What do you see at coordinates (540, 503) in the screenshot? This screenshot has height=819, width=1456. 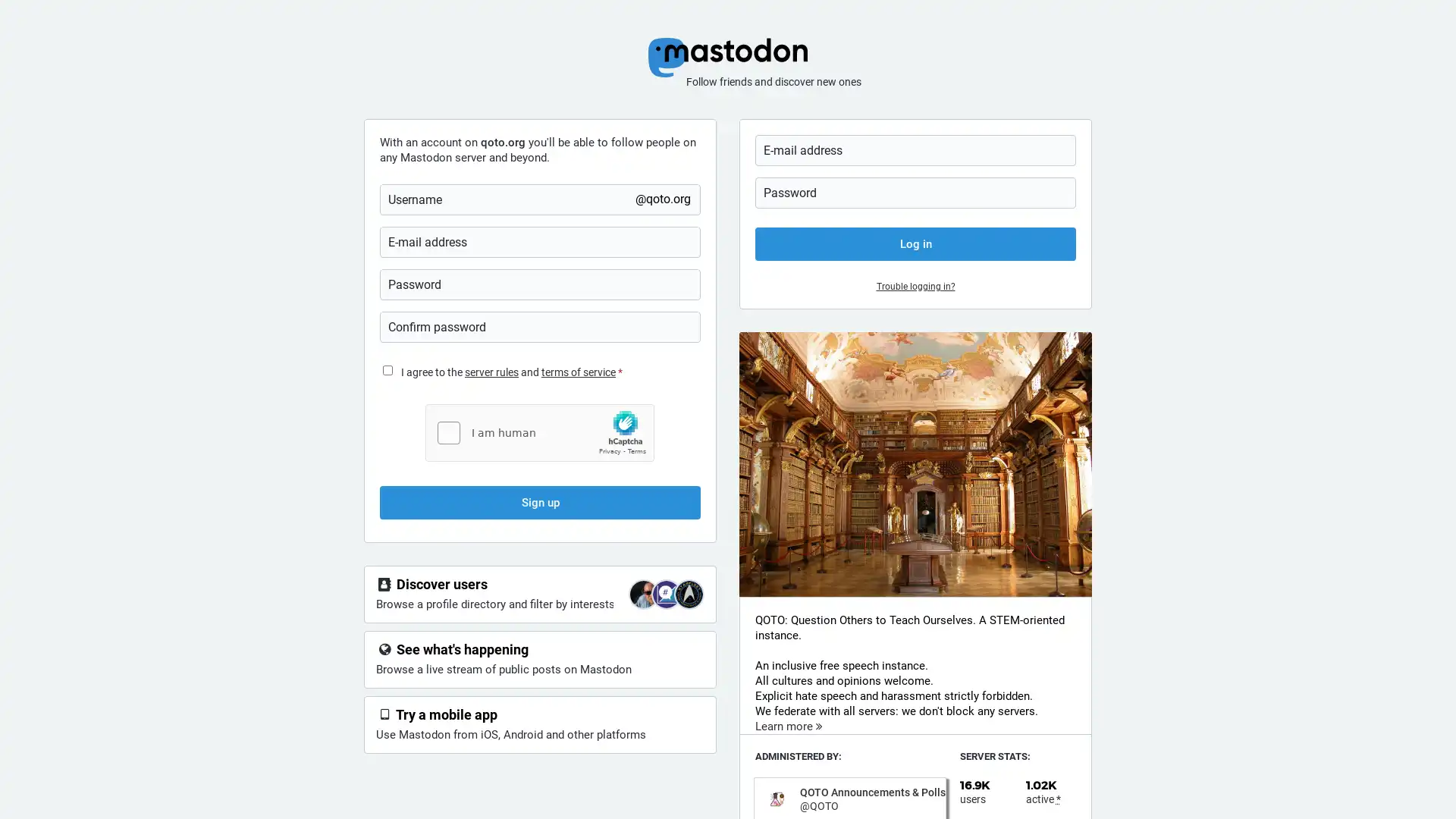 I see `Sign up` at bounding box center [540, 503].